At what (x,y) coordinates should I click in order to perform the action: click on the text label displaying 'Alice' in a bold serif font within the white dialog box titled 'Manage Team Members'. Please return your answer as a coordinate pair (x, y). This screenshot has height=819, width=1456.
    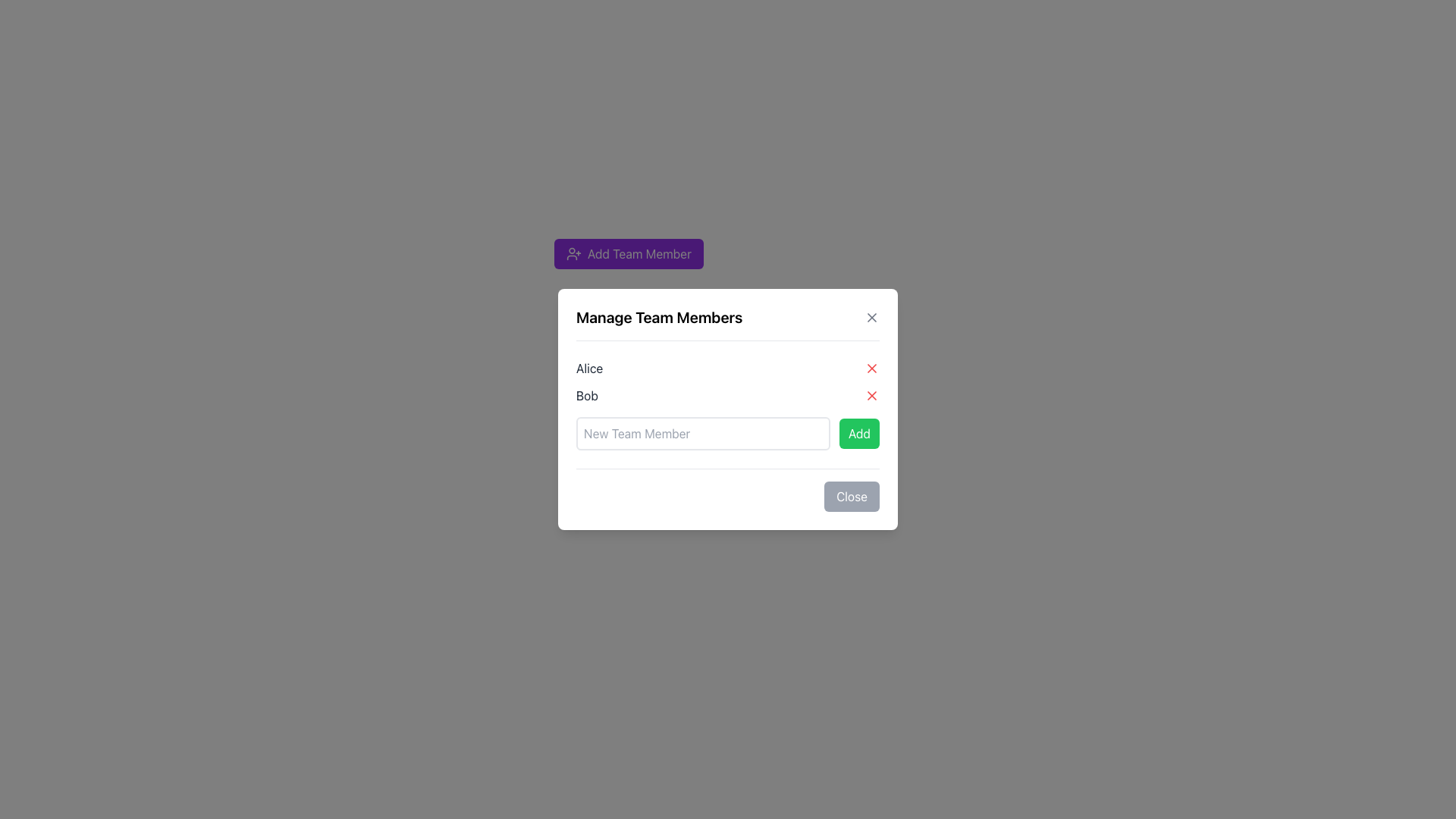
    Looking at the image, I should click on (588, 369).